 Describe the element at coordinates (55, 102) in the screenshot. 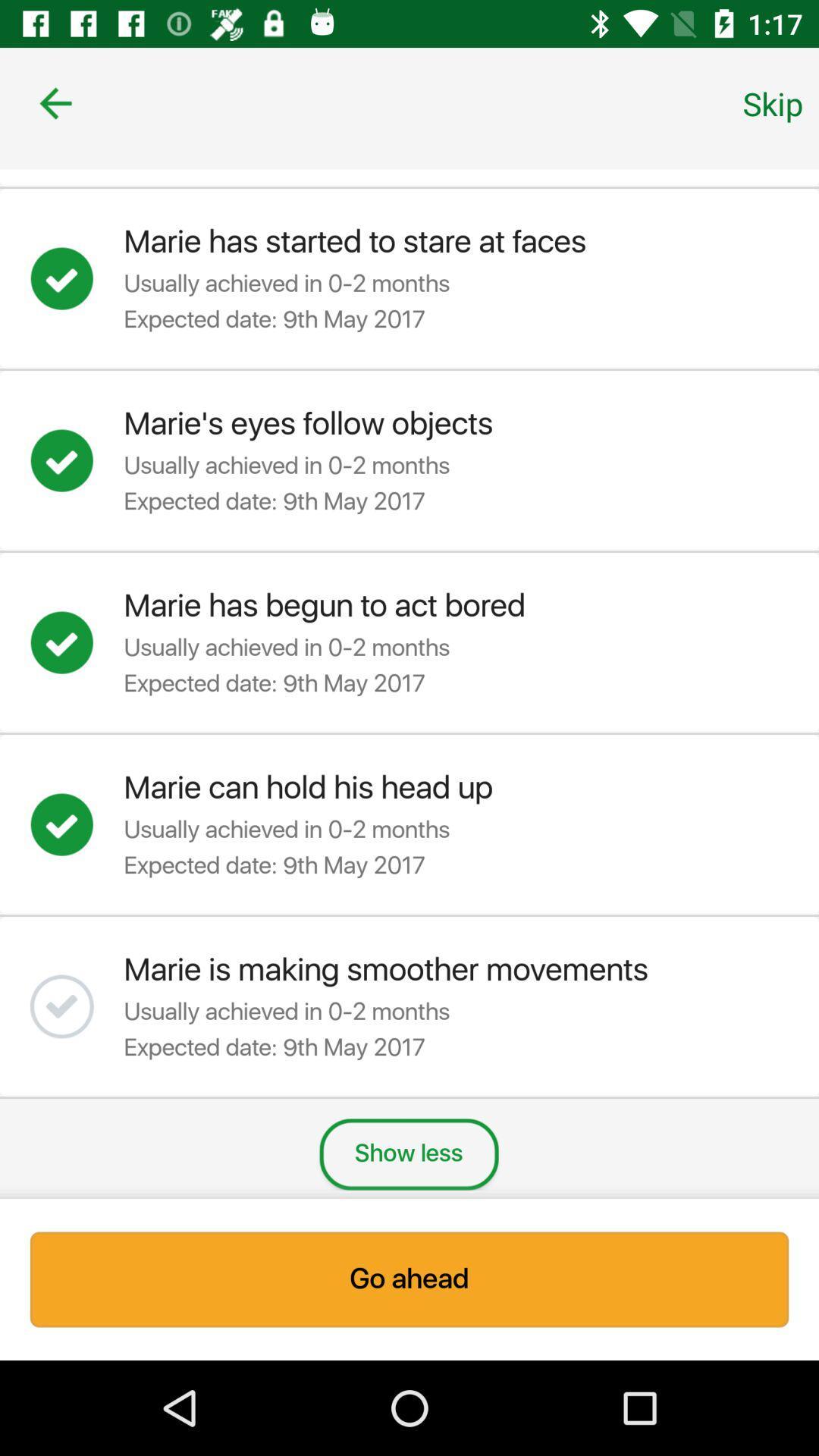

I see `previous` at that location.